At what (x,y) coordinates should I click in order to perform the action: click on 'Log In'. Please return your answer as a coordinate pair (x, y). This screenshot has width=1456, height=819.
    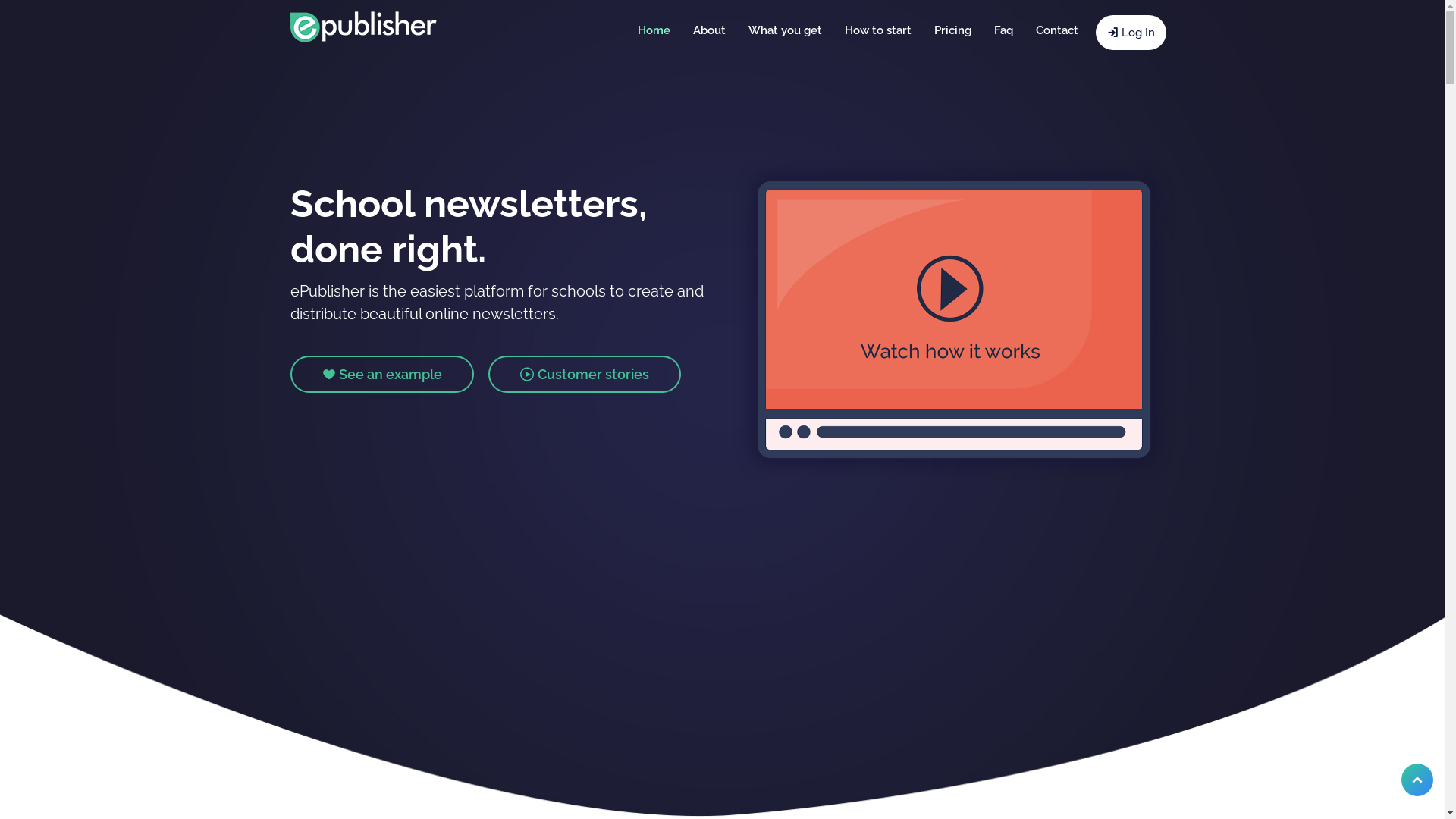
    Looking at the image, I should click on (1130, 32).